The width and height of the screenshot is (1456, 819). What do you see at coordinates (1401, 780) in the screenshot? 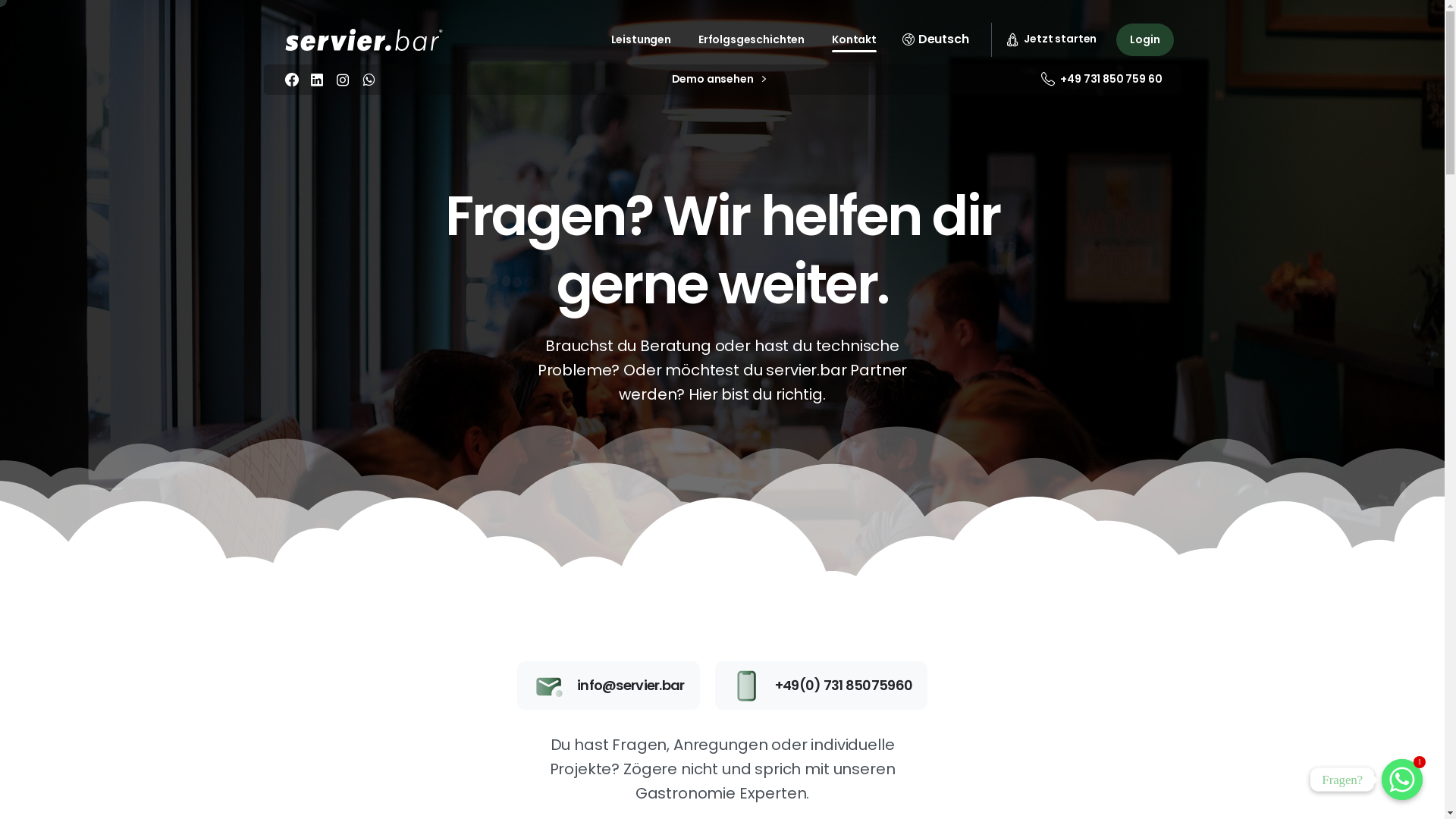
I see `'1` at bounding box center [1401, 780].